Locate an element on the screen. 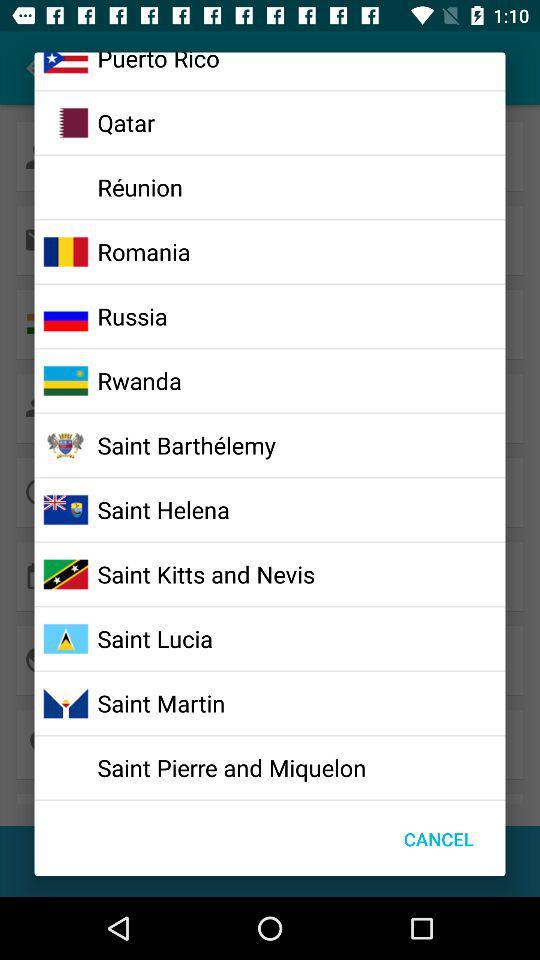 The image size is (540, 960). the cancel at the bottom right corner is located at coordinates (437, 839).